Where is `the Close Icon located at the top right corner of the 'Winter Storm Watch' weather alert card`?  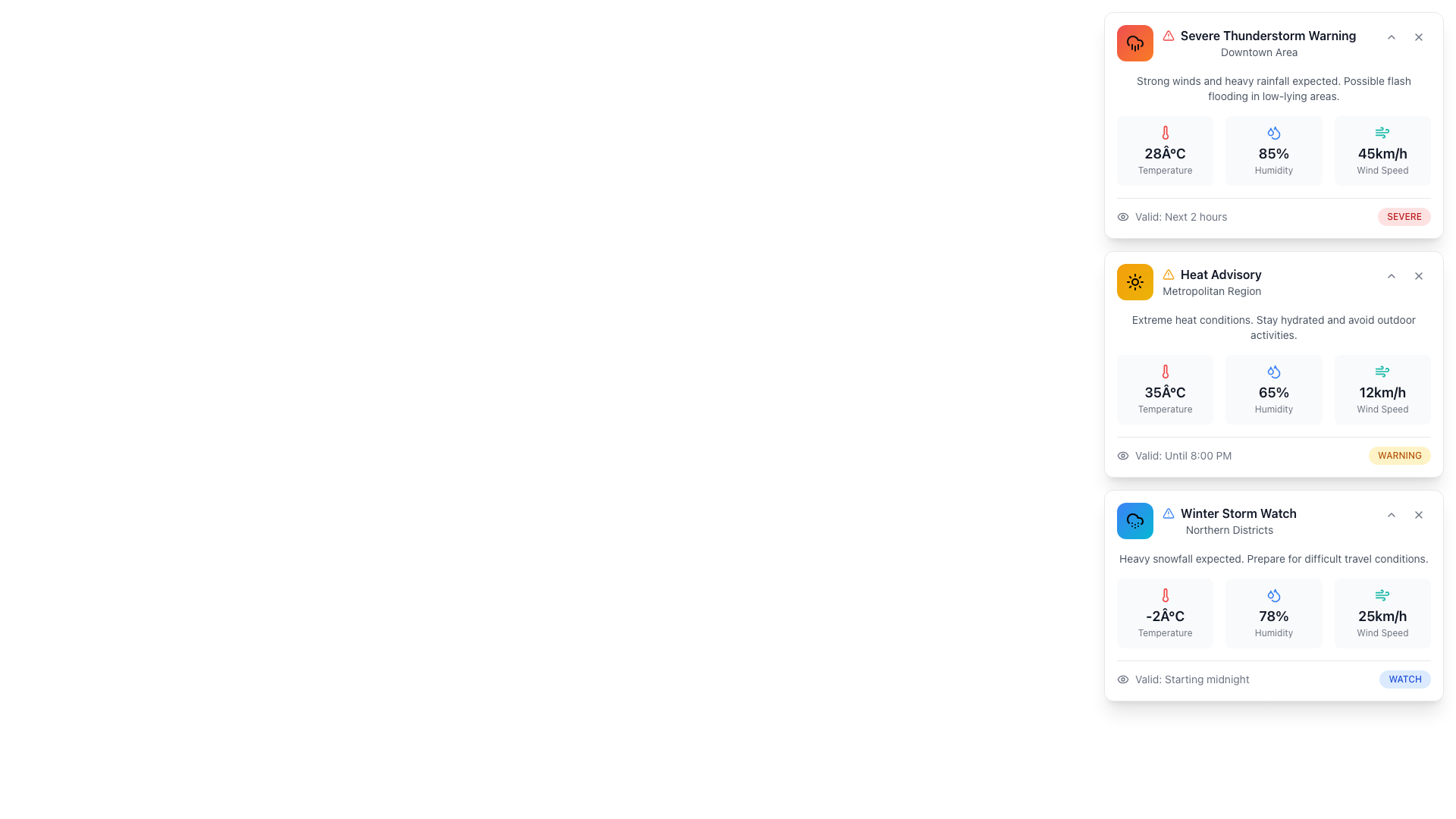
the Close Icon located at the top right corner of the 'Winter Storm Watch' weather alert card is located at coordinates (1418, 513).